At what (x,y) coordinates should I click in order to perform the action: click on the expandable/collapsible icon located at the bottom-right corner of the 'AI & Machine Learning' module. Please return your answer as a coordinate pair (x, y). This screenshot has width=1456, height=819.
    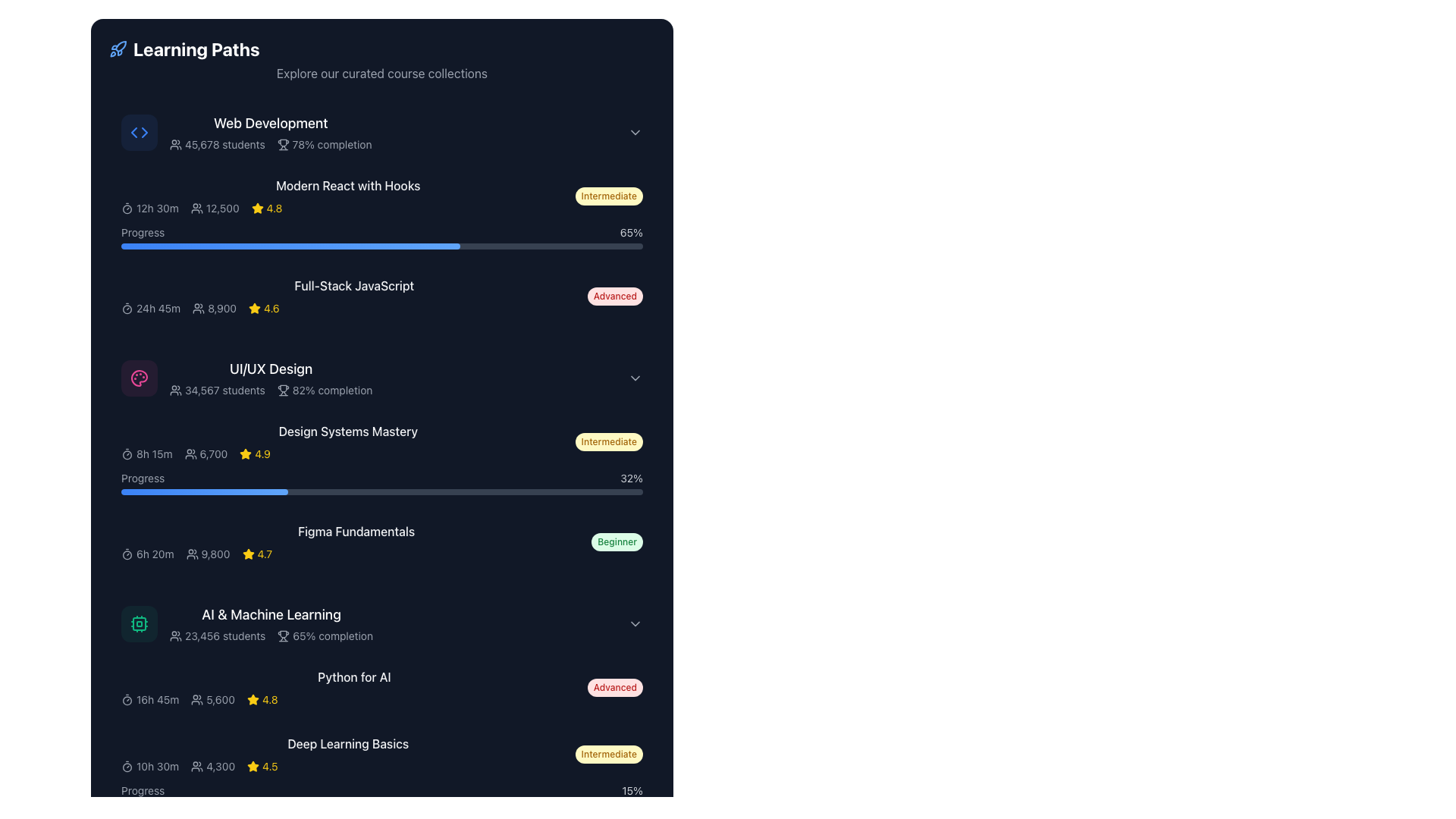
    Looking at the image, I should click on (635, 623).